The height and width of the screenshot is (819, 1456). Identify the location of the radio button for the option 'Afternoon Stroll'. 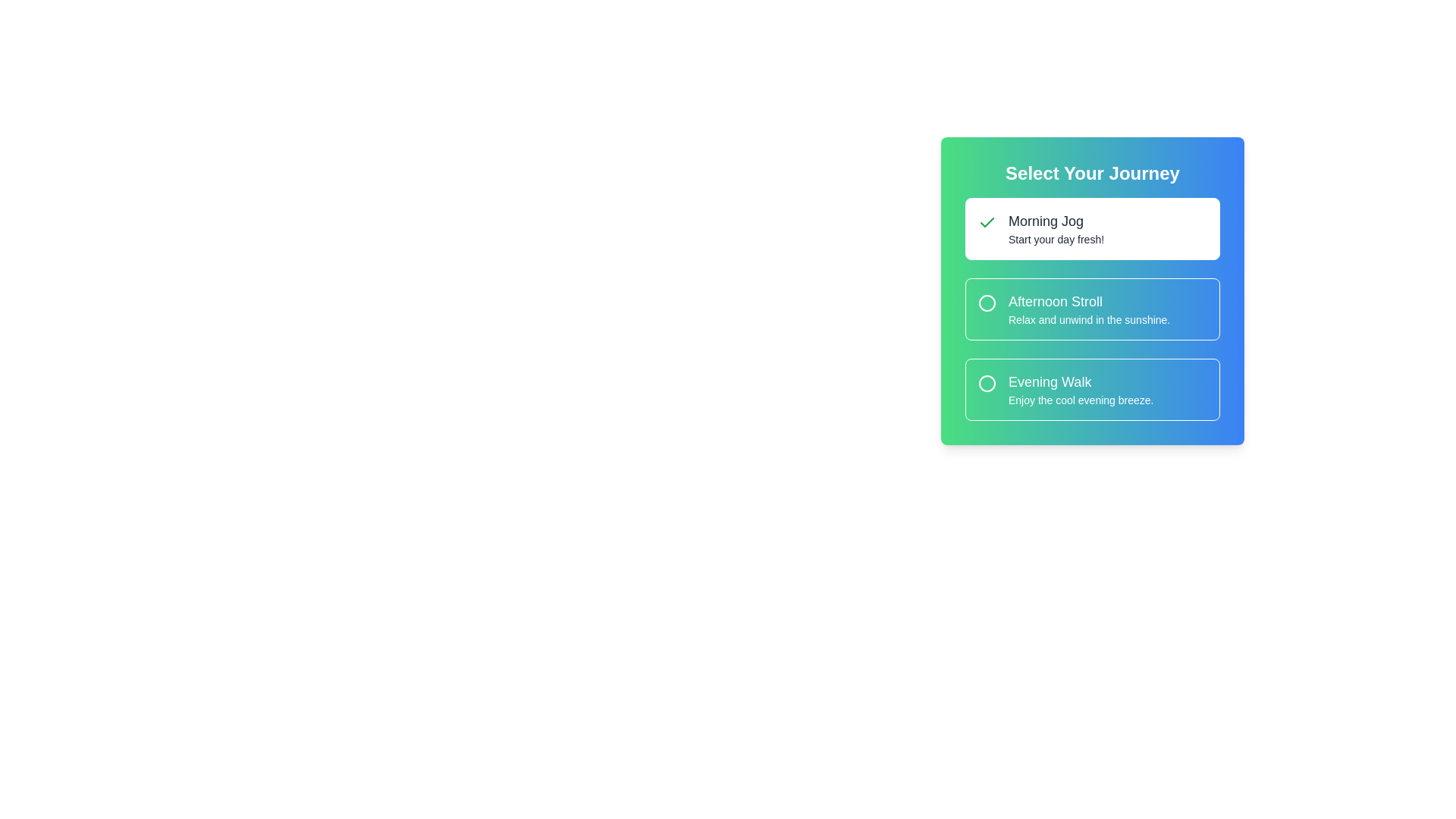
(987, 303).